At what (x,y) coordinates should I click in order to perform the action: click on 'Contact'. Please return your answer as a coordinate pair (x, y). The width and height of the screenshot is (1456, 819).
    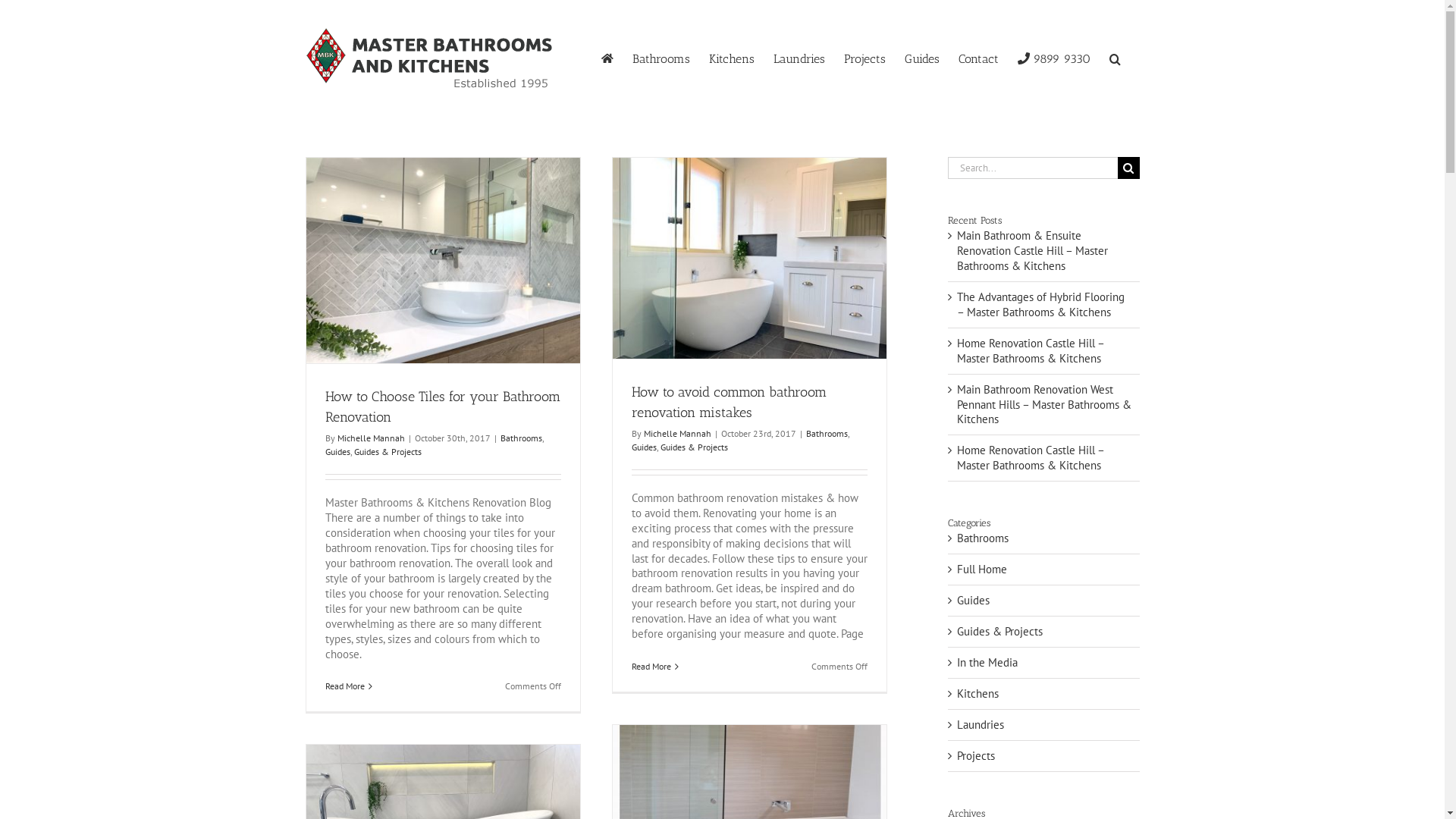
    Looking at the image, I should click on (978, 57).